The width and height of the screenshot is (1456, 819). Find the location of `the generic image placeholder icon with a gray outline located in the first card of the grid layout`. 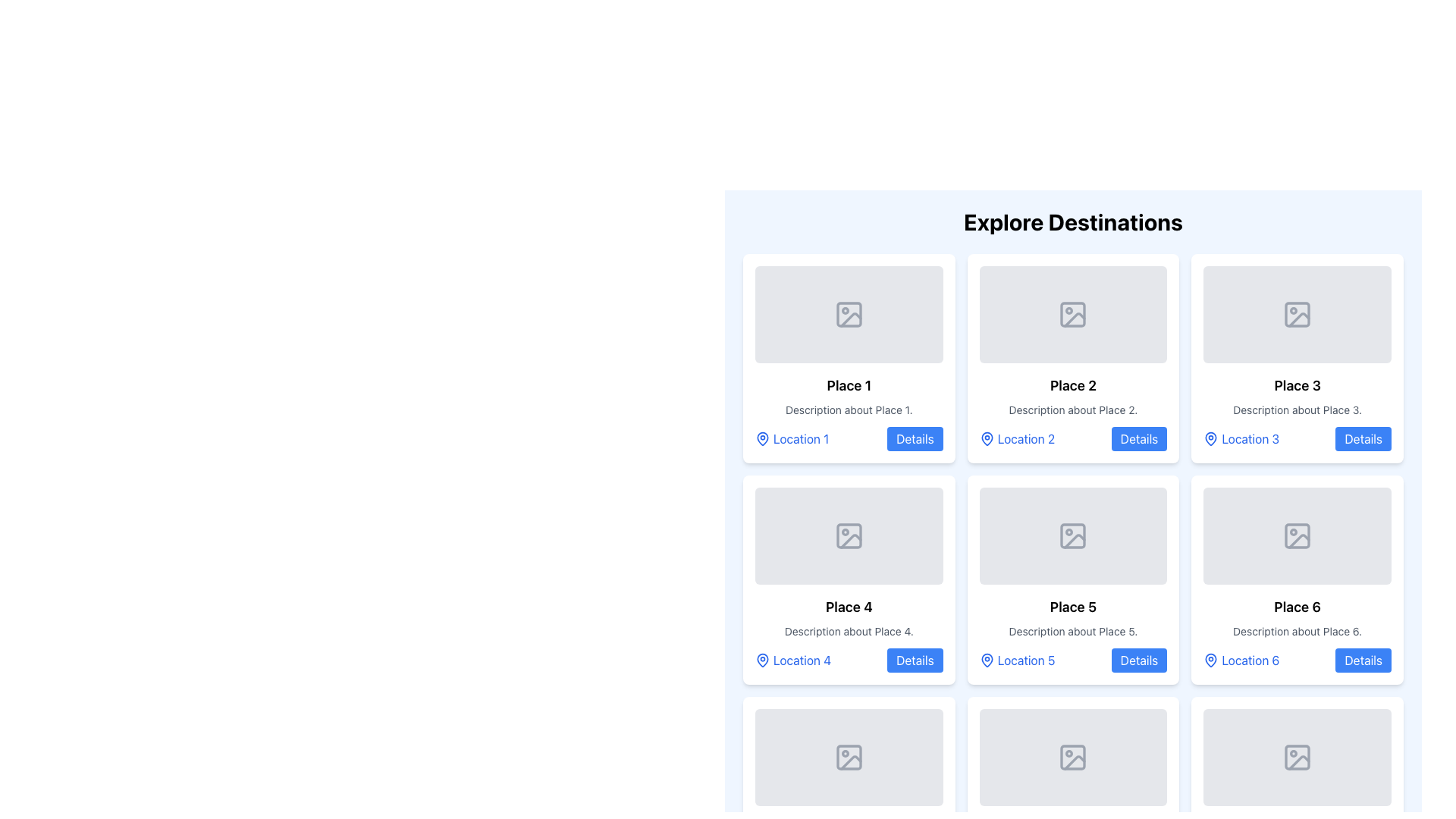

the generic image placeholder icon with a gray outline located in the first card of the grid layout is located at coordinates (848, 314).